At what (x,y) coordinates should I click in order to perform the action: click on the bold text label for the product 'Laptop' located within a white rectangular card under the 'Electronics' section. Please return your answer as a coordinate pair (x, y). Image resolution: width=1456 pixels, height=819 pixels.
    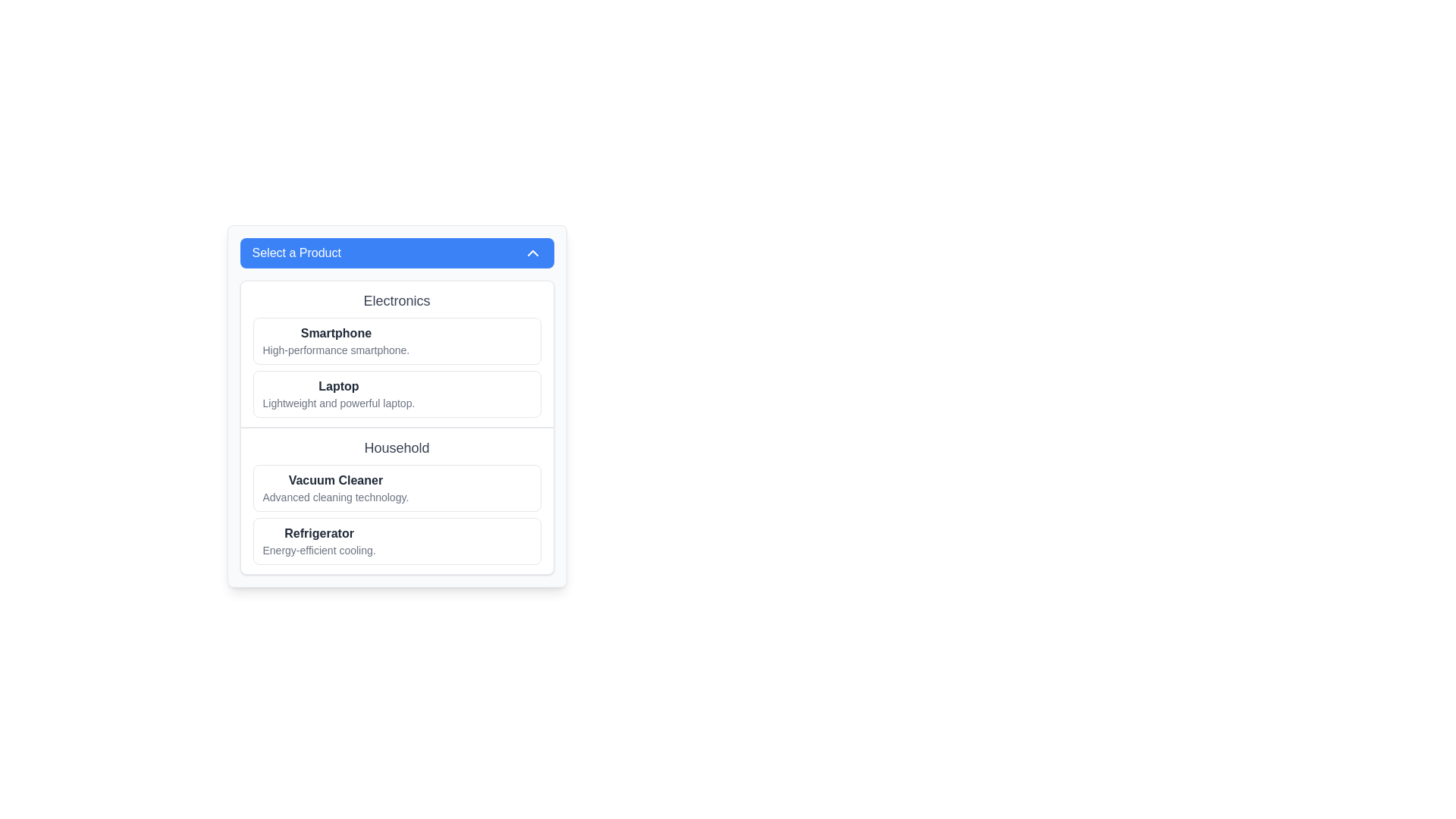
    Looking at the image, I should click on (337, 385).